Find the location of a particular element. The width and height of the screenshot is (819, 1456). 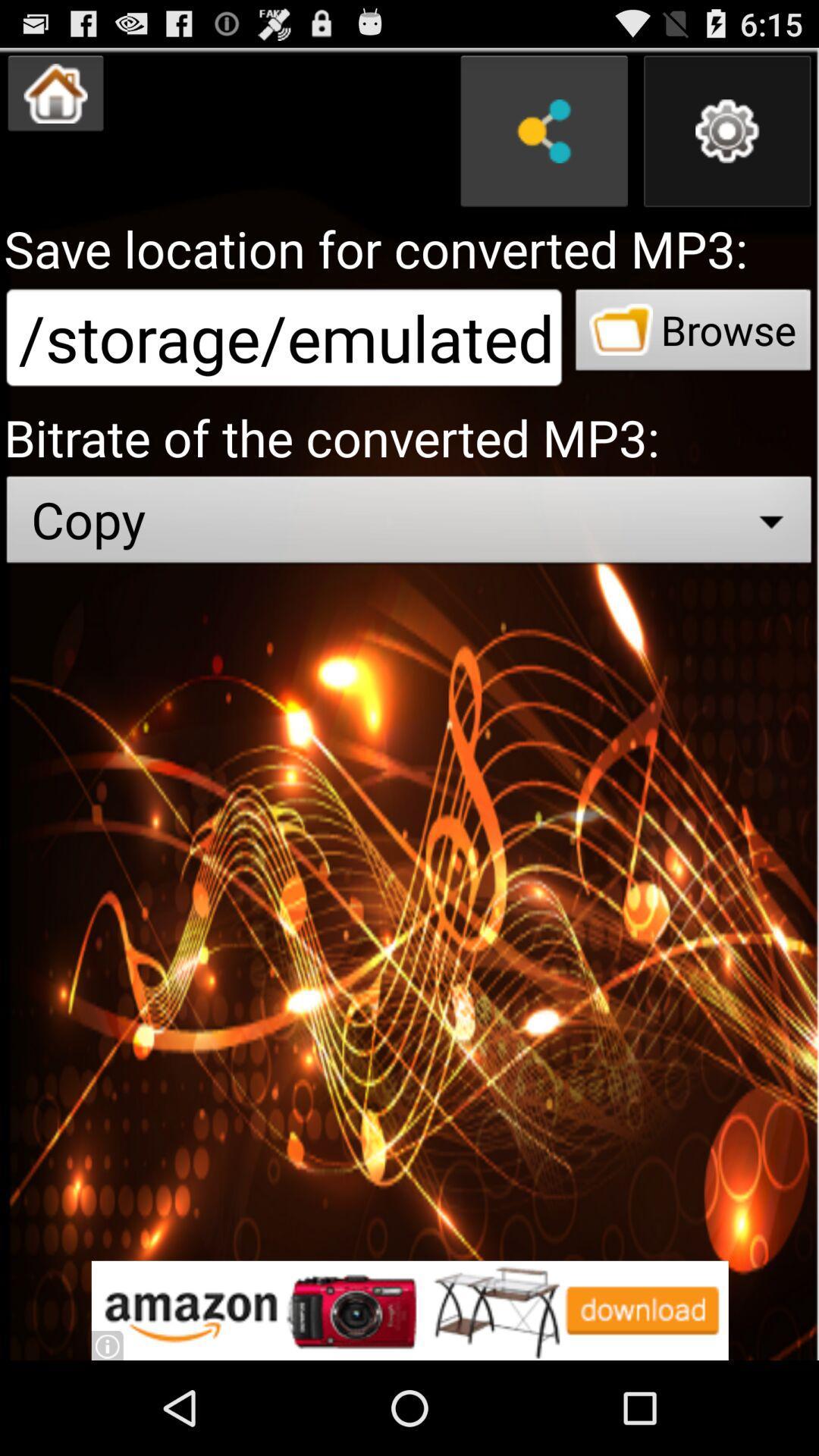

share the converted mp3 is located at coordinates (543, 131).